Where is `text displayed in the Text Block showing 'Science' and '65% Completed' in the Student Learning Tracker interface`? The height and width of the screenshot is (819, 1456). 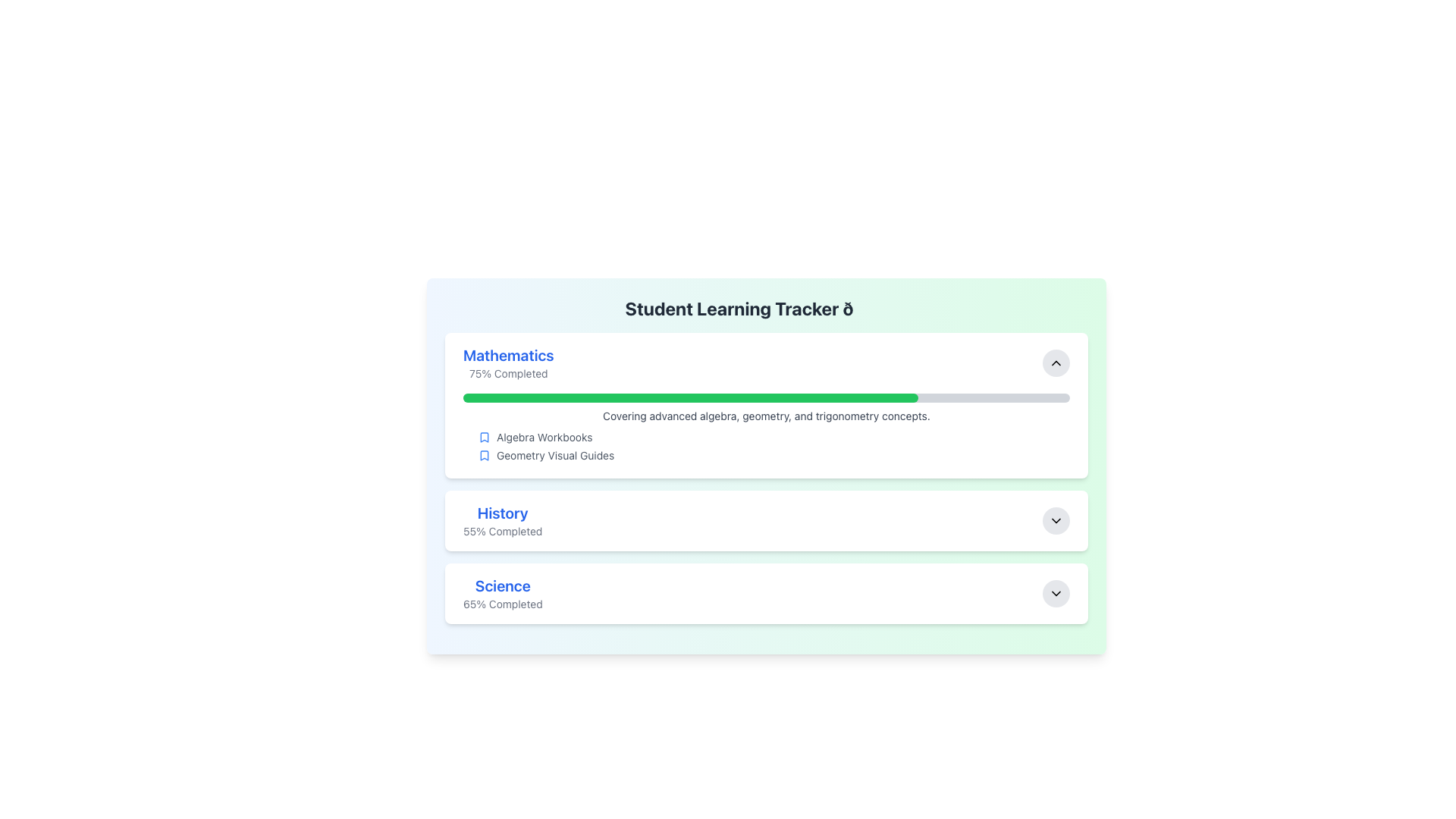
text displayed in the Text Block showing 'Science' and '65% Completed' in the Student Learning Tracker interface is located at coordinates (503, 593).